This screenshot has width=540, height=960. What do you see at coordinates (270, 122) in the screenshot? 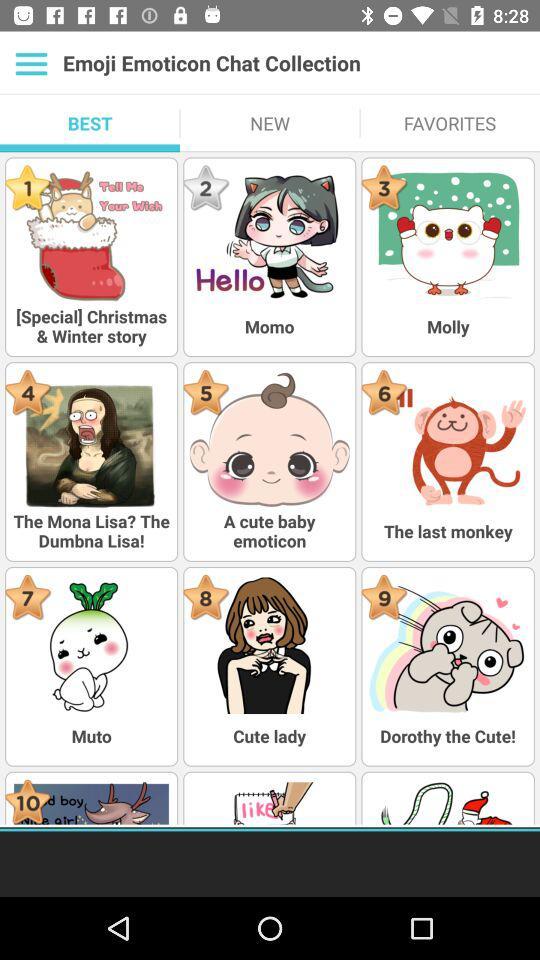
I see `item below the emoji emoticon chat item` at bounding box center [270, 122].